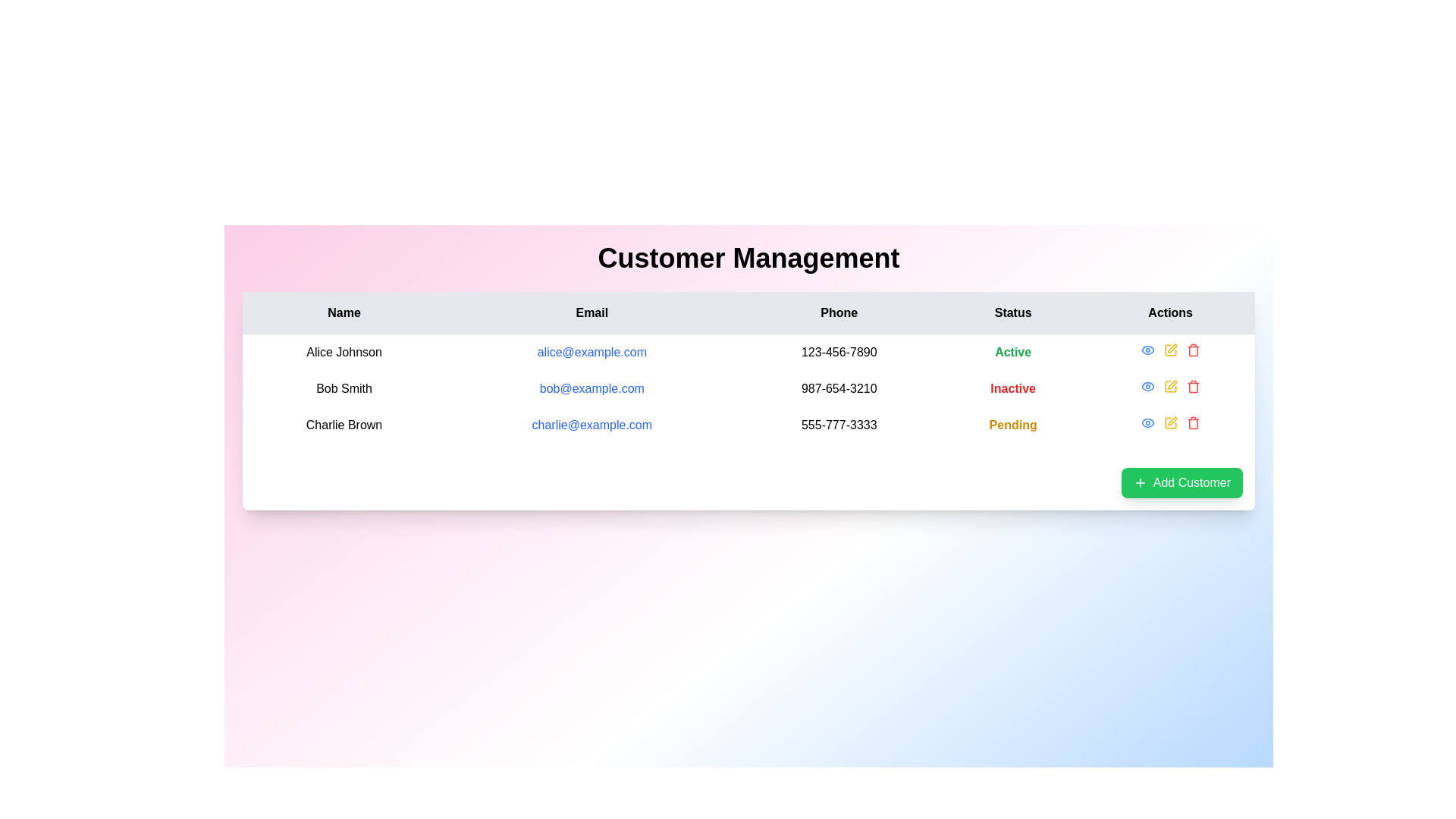  Describe the element at coordinates (1169, 423) in the screenshot. I see `the edit icon button located in the 'Actions' column of the third row (Charlie Brown) in the table to initiate editing` at that location.